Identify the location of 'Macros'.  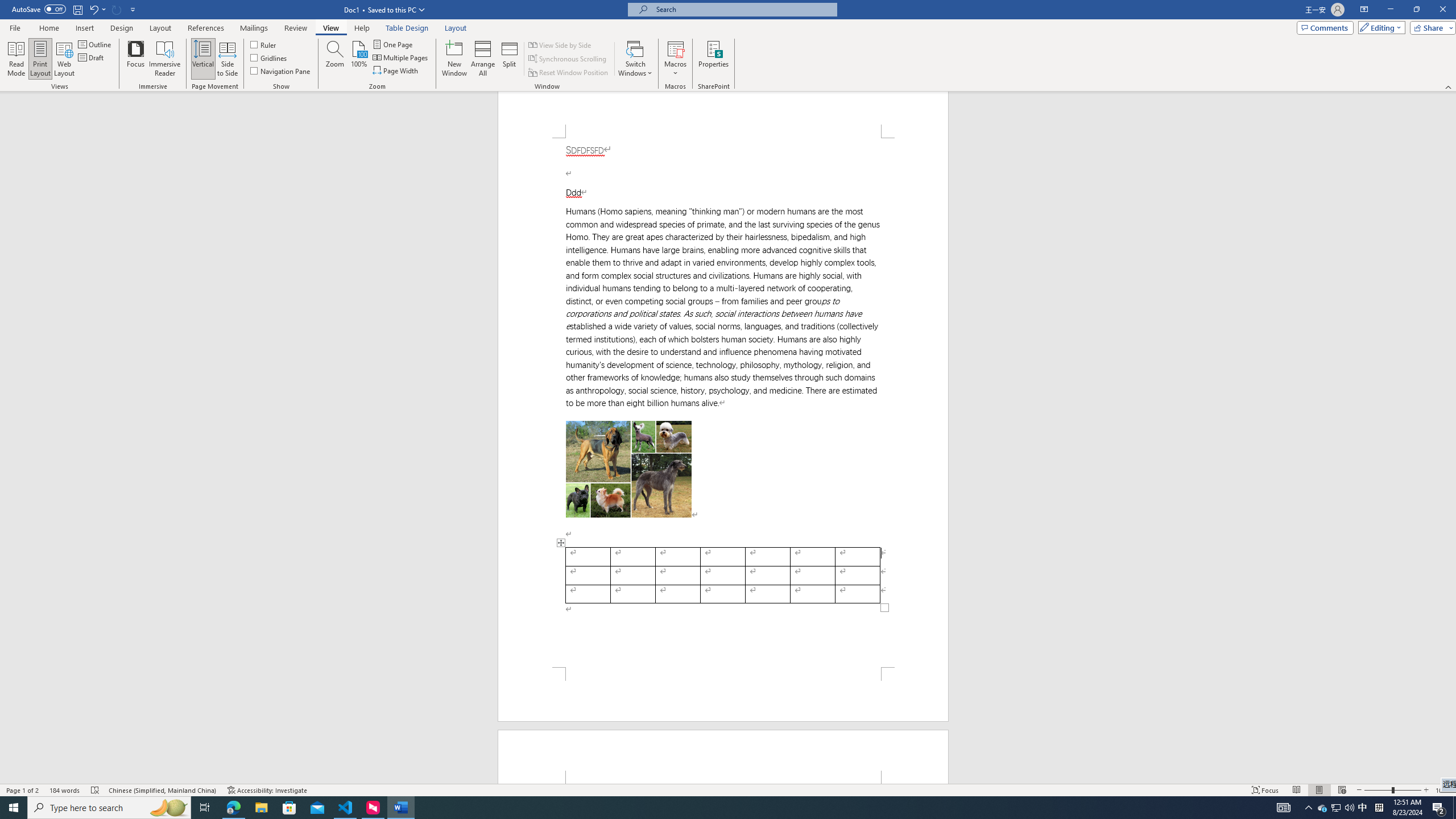
(675, 59).